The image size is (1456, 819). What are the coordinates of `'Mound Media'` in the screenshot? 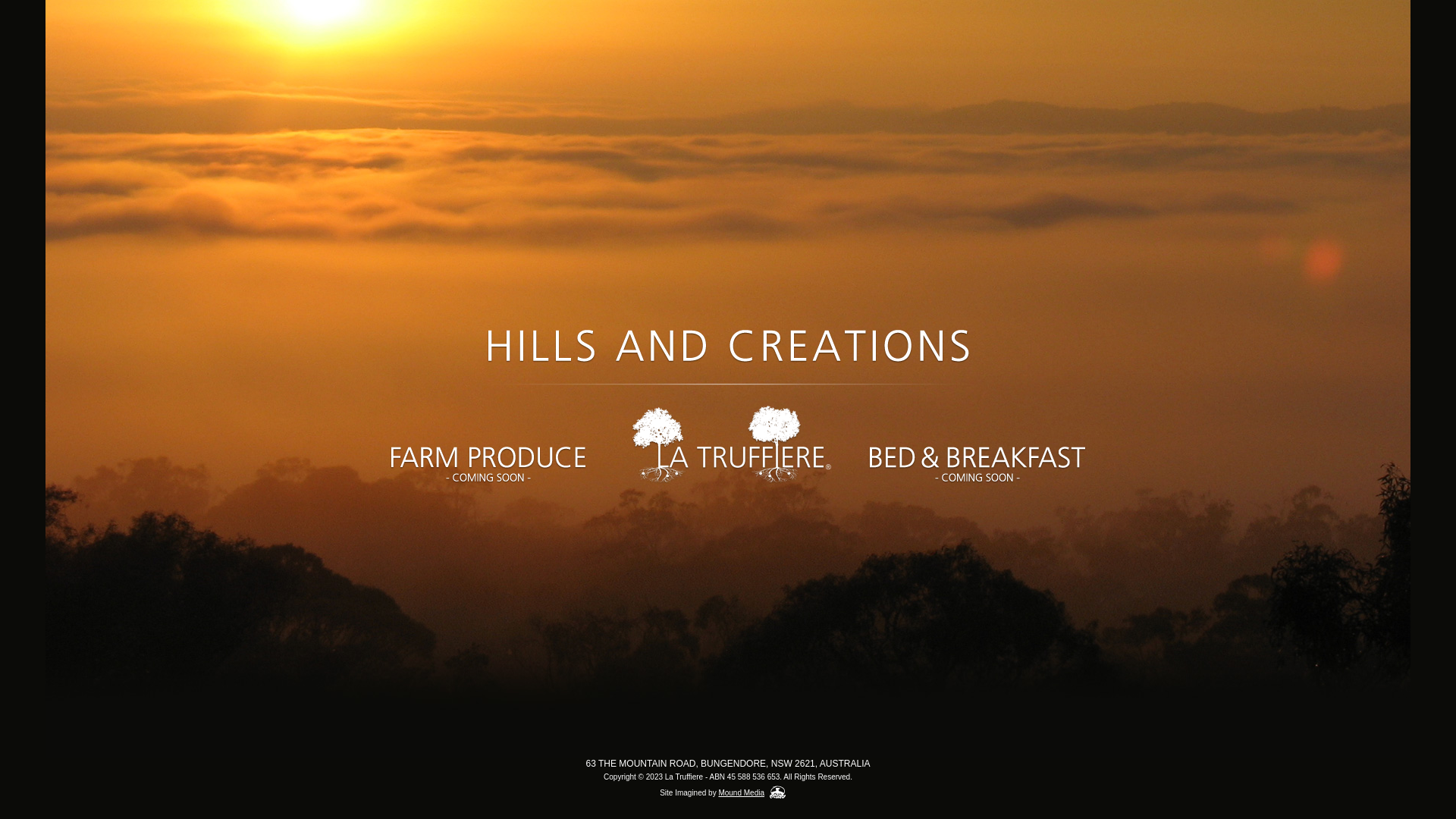 It's located at (777, 792).